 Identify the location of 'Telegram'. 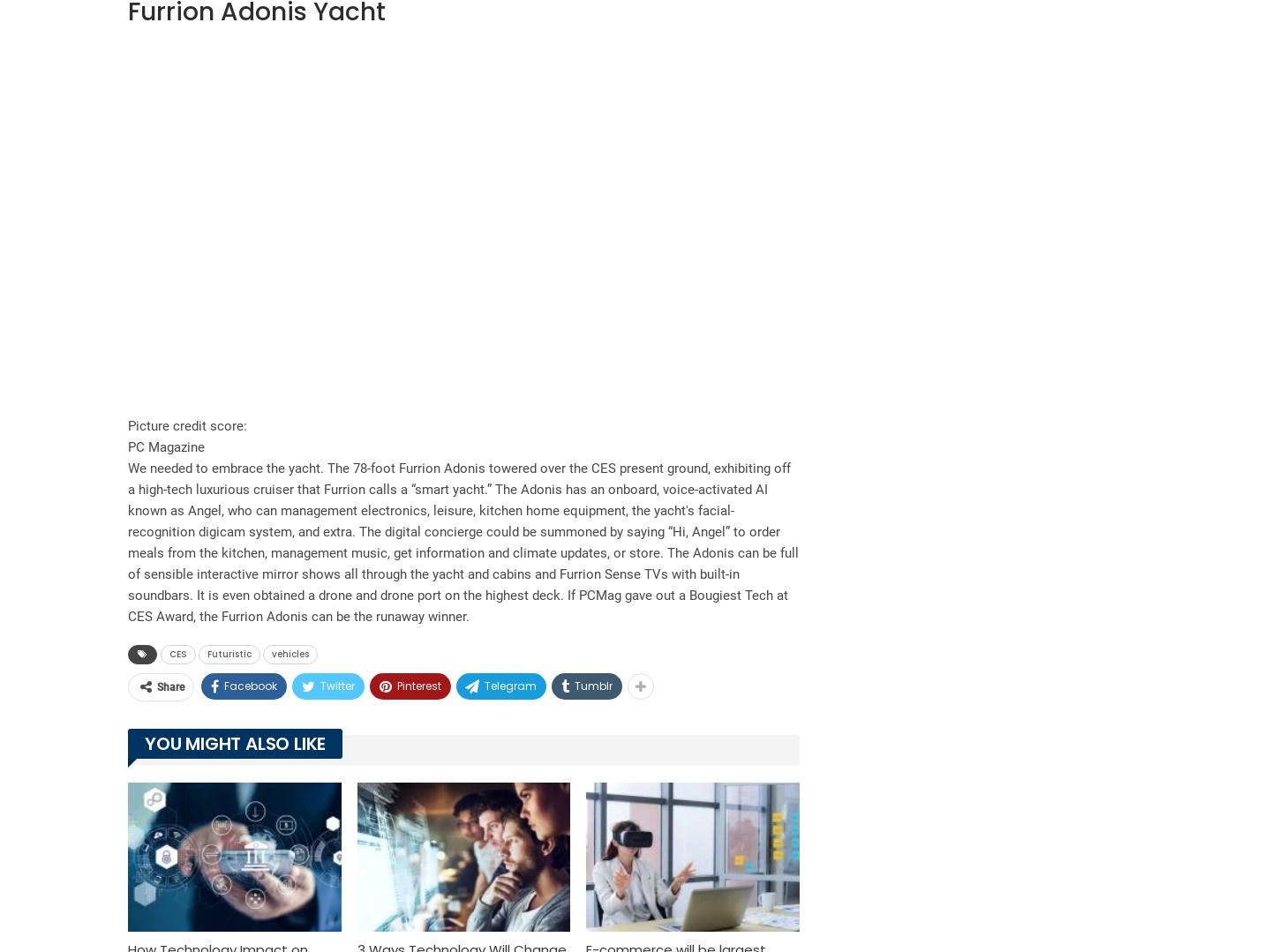
(510, 685).